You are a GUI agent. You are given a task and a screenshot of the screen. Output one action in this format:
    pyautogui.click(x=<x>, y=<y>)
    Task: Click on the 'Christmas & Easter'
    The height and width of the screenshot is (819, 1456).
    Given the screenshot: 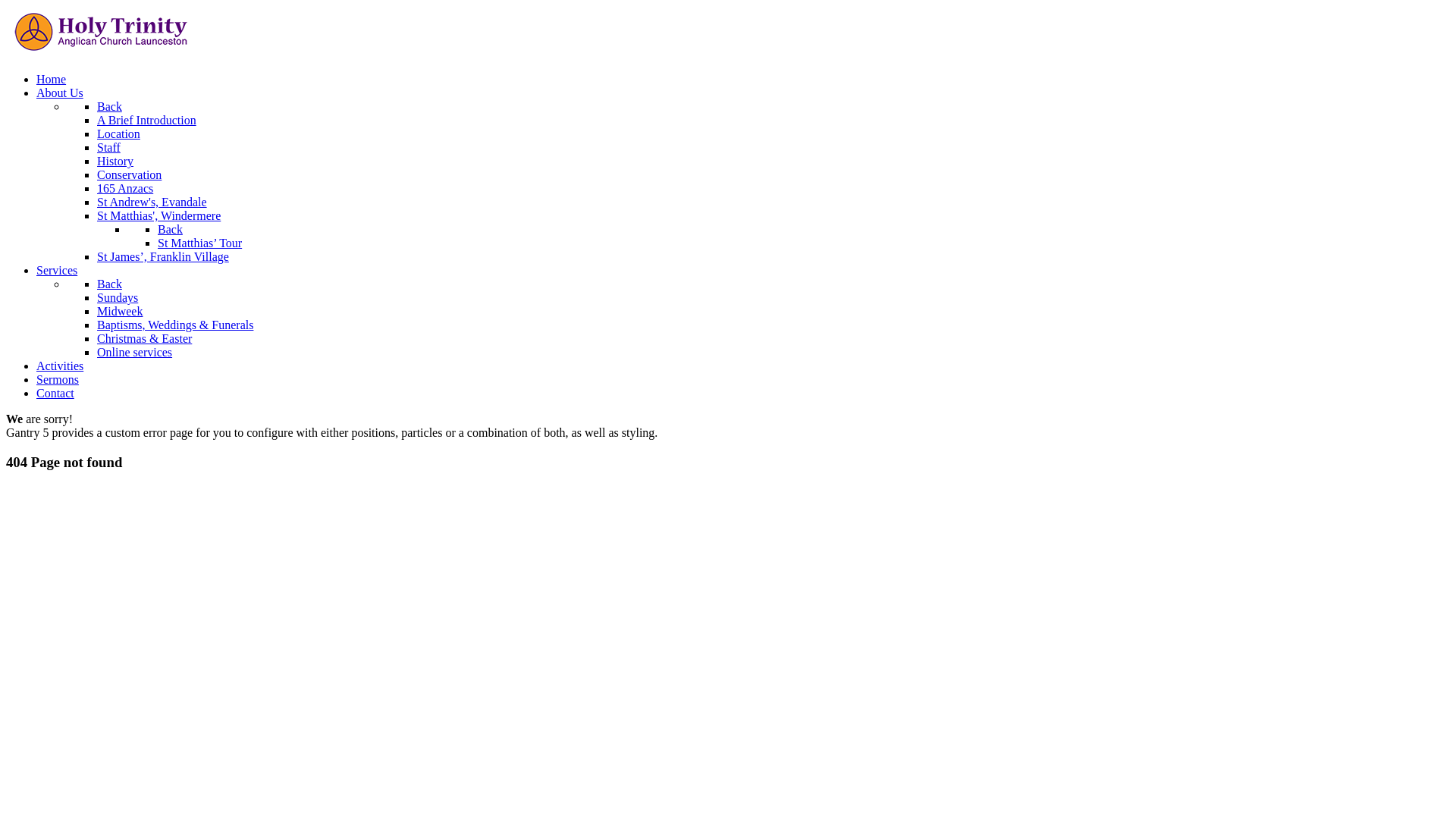 What is the action you would take?
    pyautogui.click(x=144, y=337)
    